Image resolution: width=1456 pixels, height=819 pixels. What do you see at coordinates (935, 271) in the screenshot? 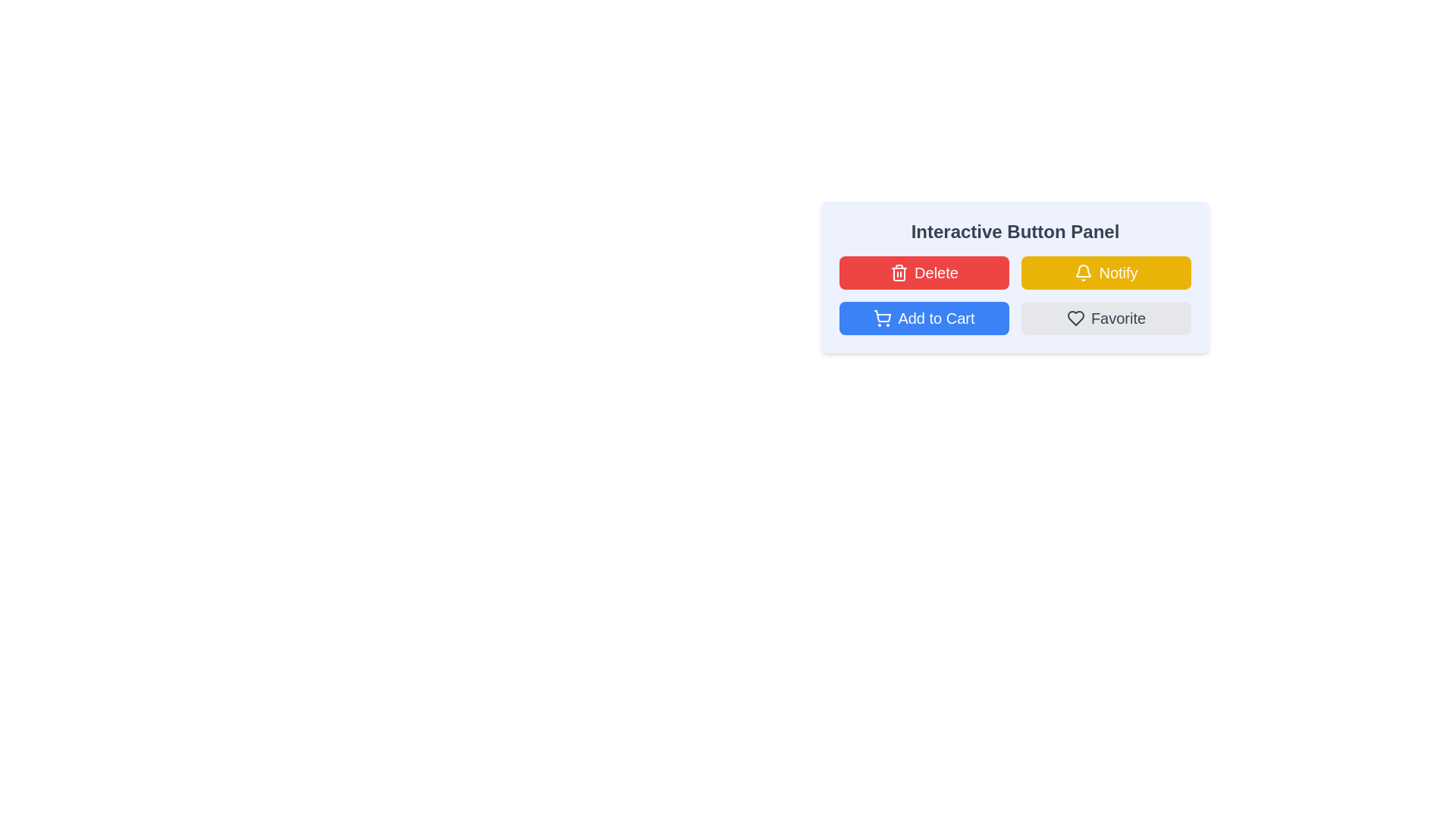
I see `the text label indicating the 'Delete' action, which is positioned within the button area in the interactive panel` at bounding box center [935, 271].